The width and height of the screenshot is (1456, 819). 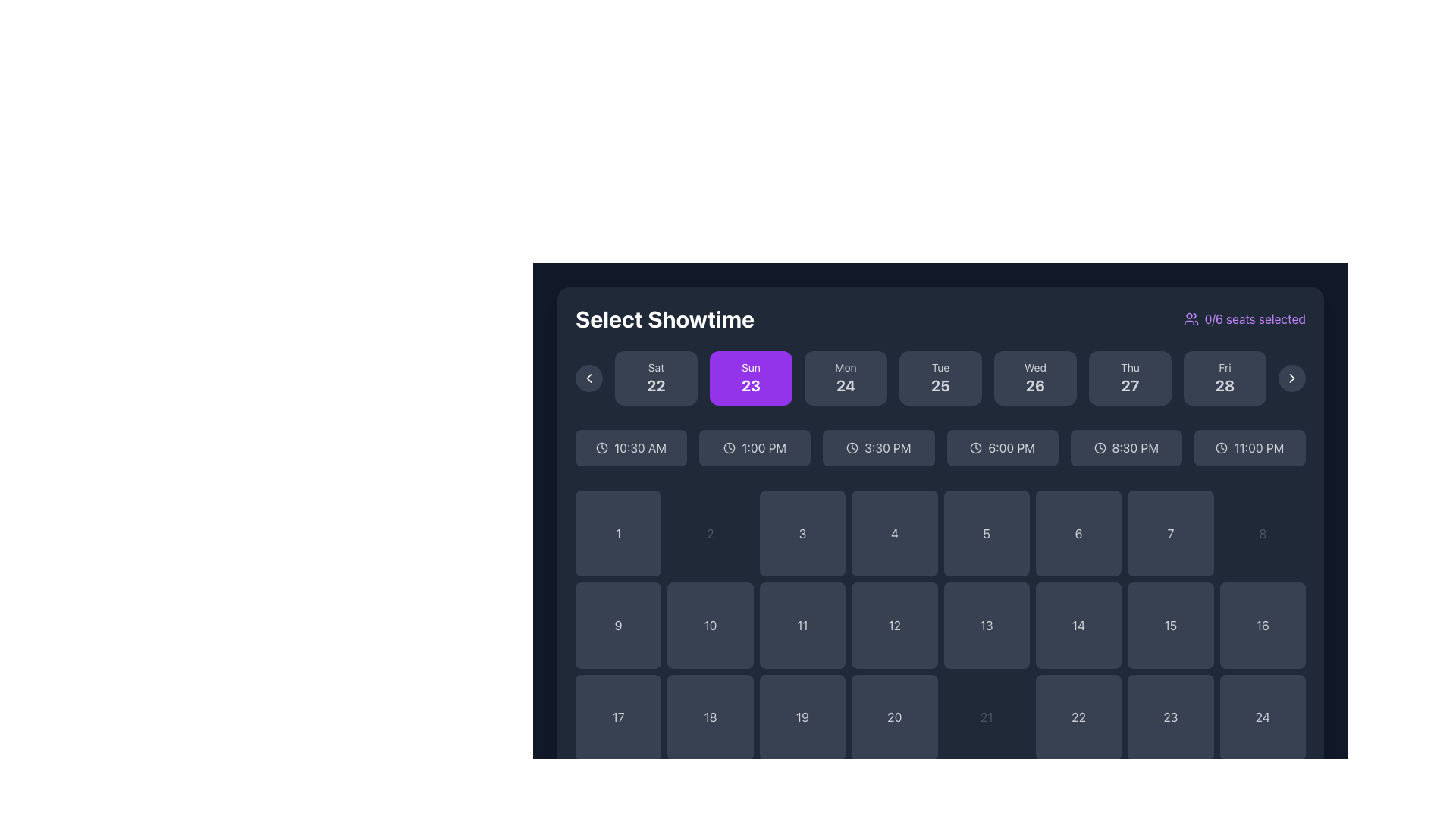 What do you see at coordinates (940, 377) in the screenshot?
I see `the interactive button labeled 'Tue 25', which is the fourth button in the series under 'Select Showtime'` at bounding box center [940, 377].